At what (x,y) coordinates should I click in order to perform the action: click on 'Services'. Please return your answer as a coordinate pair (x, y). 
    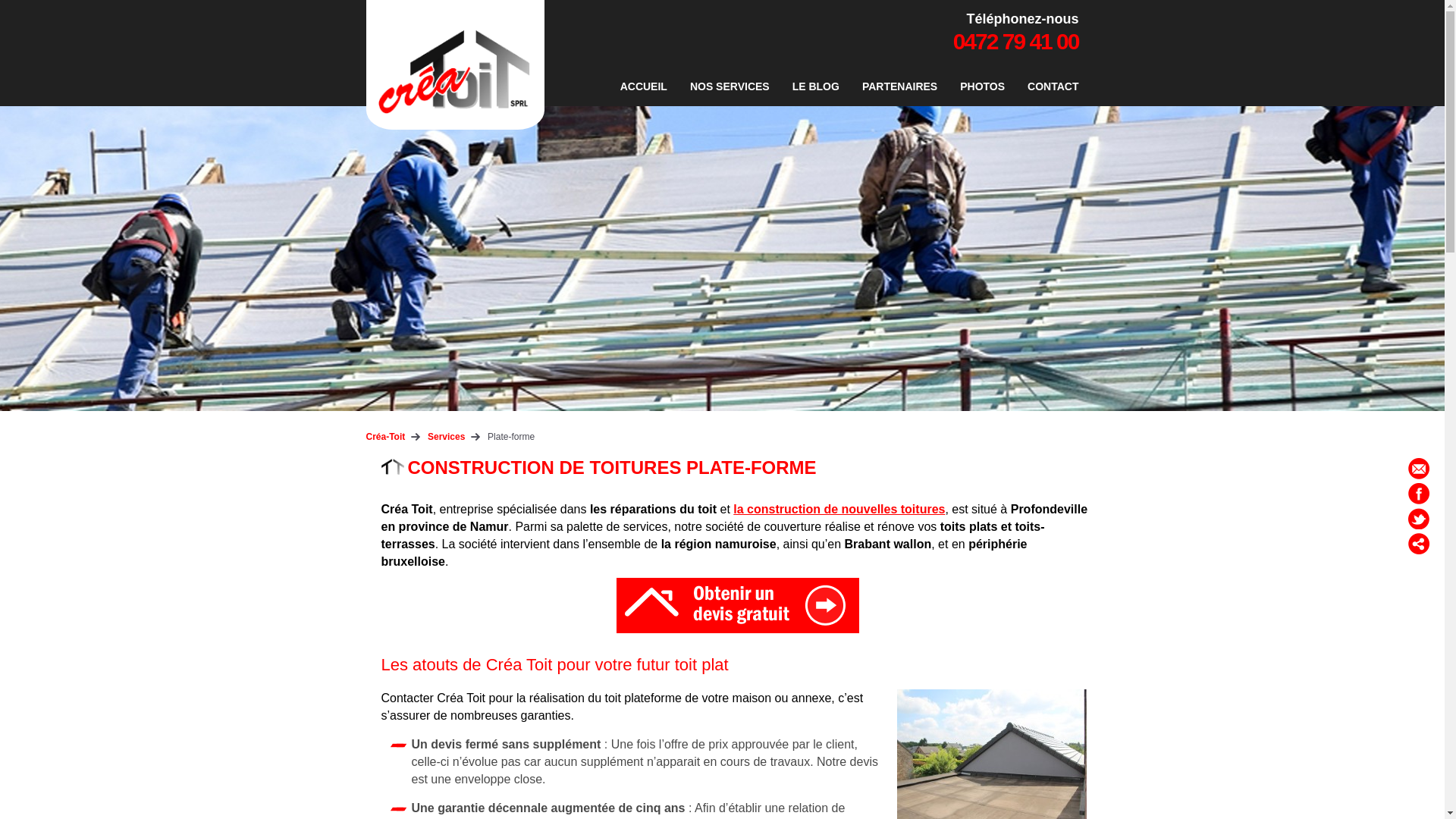
    Looking at the image, I should click on (427, 436).